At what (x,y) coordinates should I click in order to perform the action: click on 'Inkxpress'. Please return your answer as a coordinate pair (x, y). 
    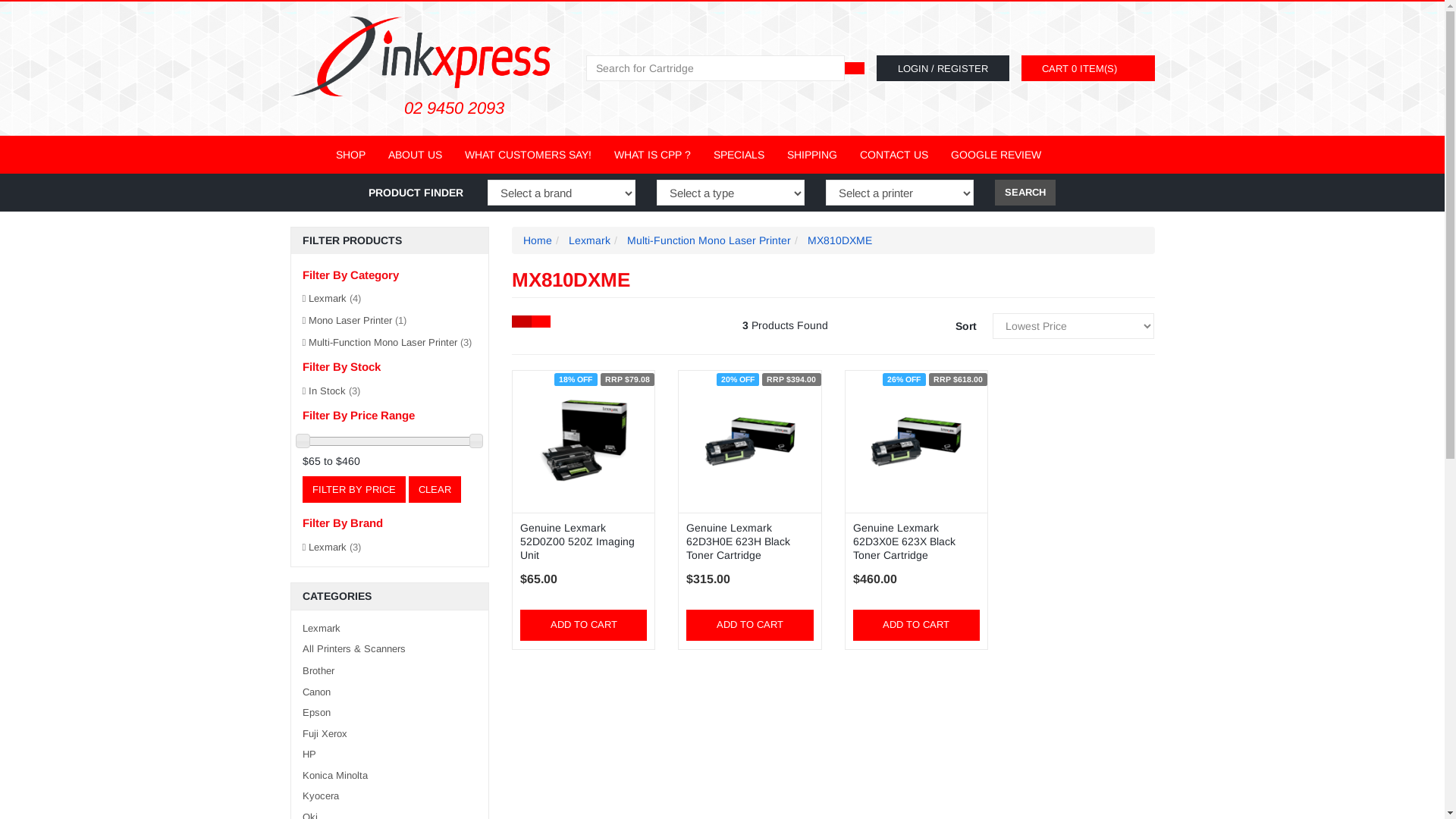
    Looking at the image, I should click on (425, 46).